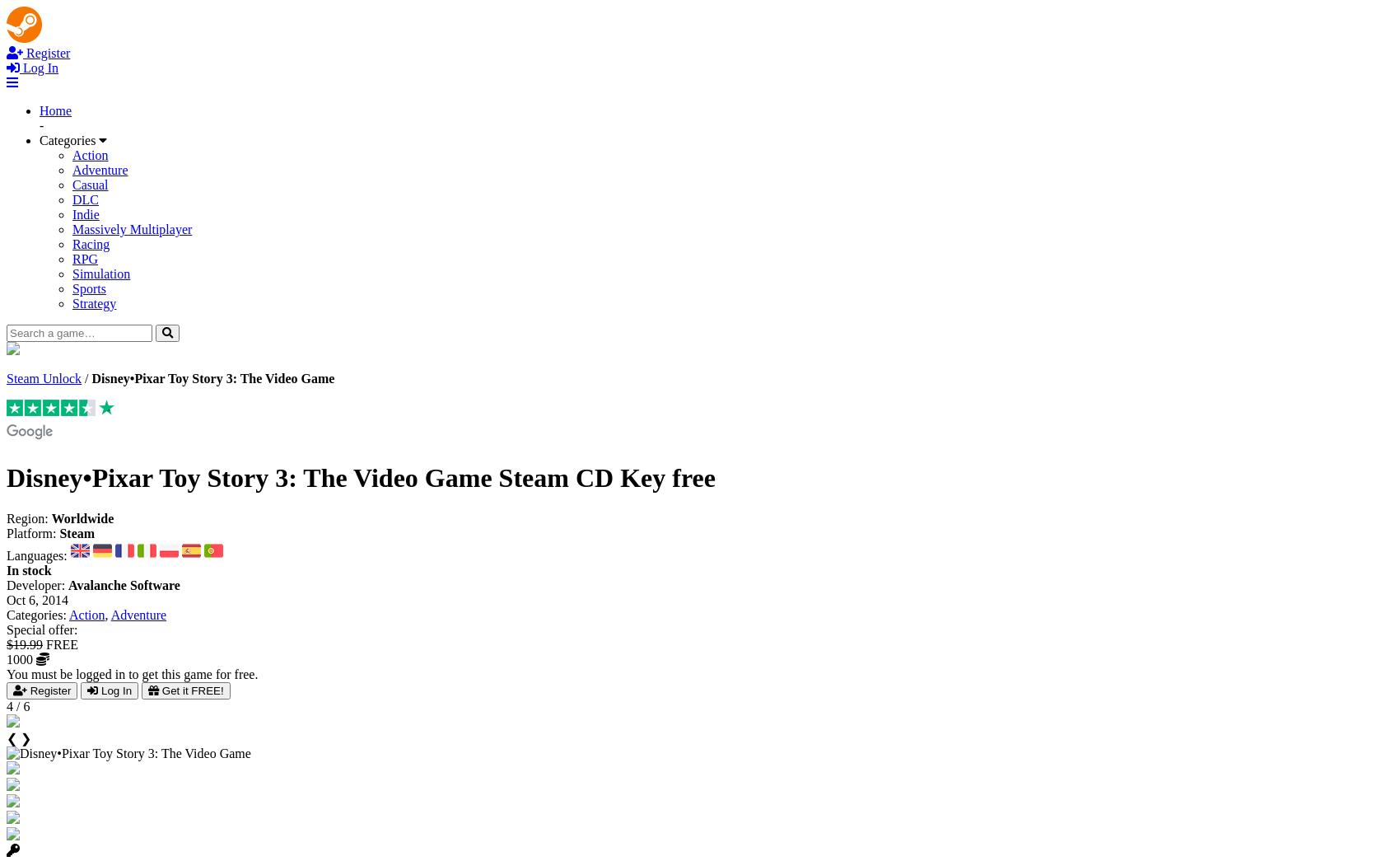  I want to click on 'Region:', so click(6, 517).